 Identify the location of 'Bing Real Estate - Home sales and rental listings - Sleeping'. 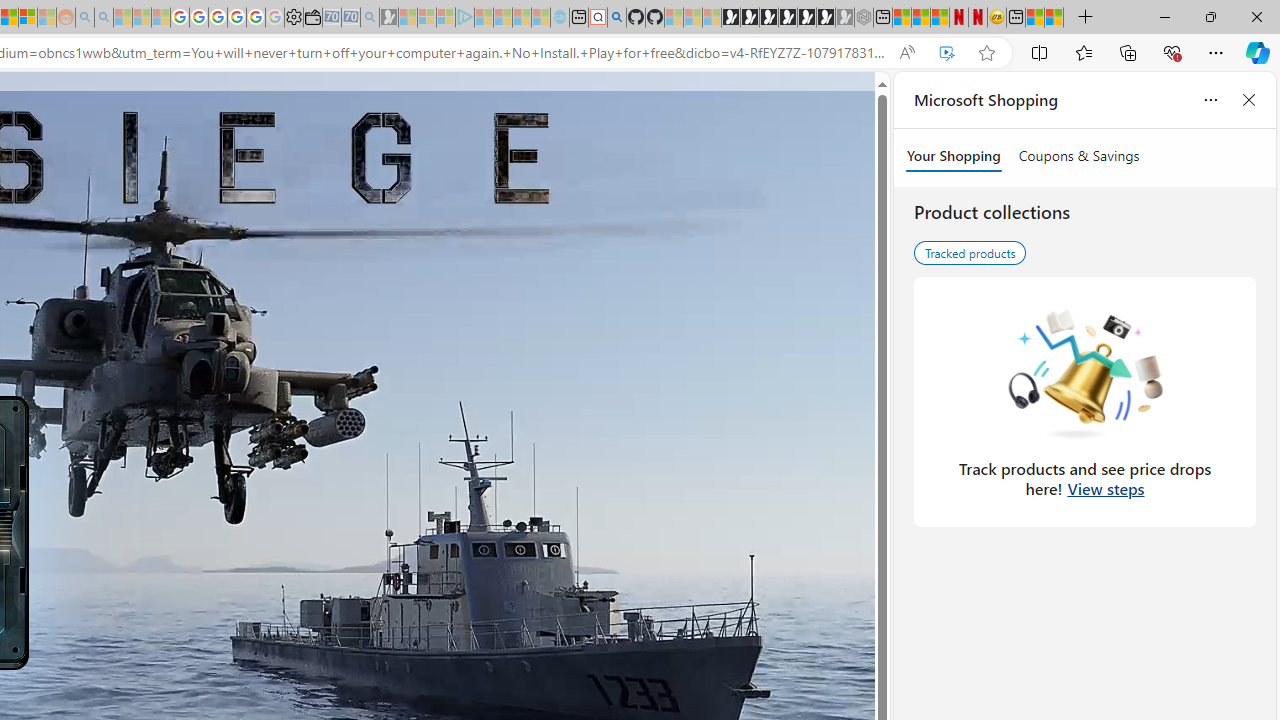
(369, 17).